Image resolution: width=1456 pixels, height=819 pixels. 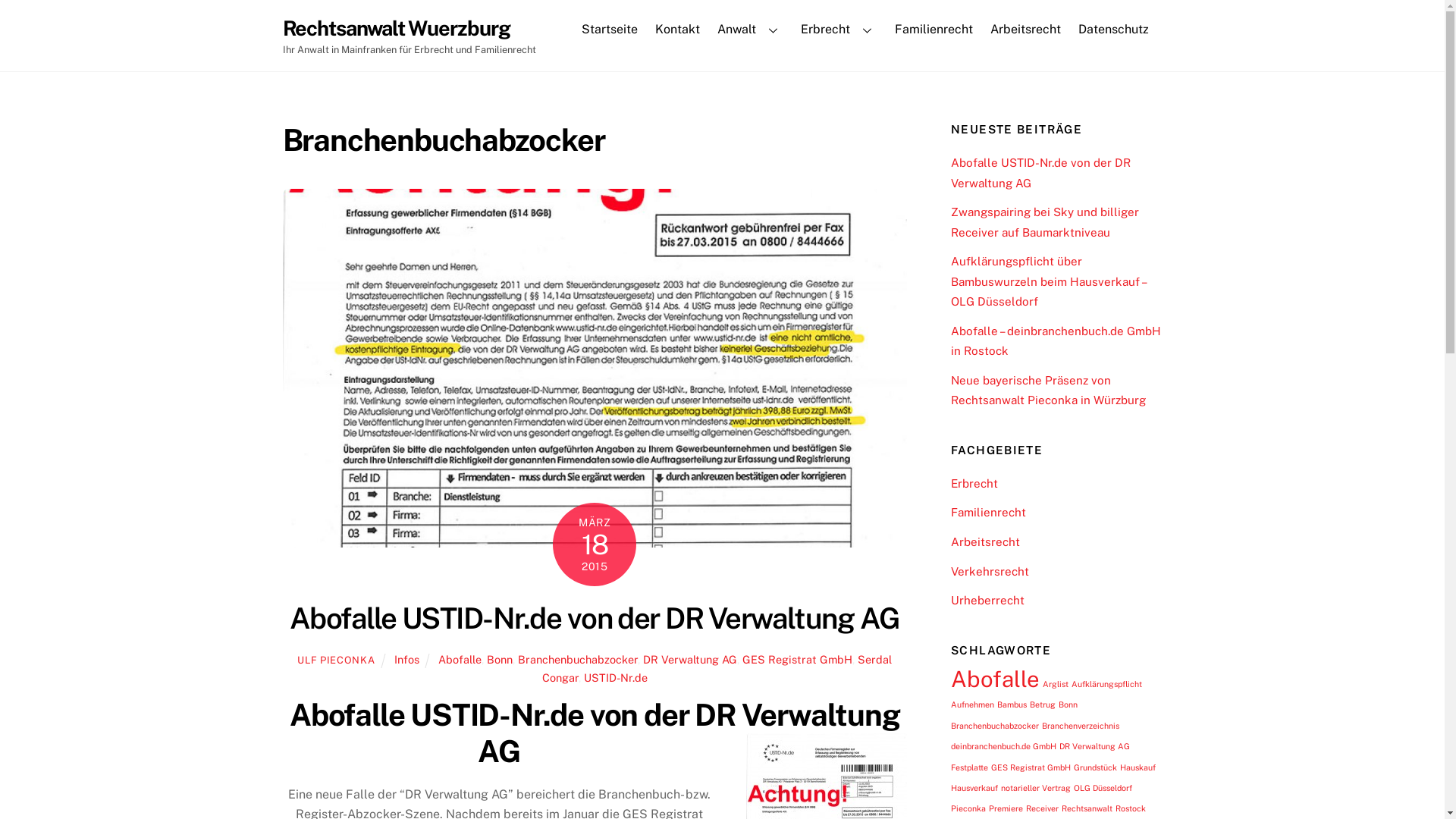 I want to click on 'ULF PIECONKA', so click(x=334, y=659).